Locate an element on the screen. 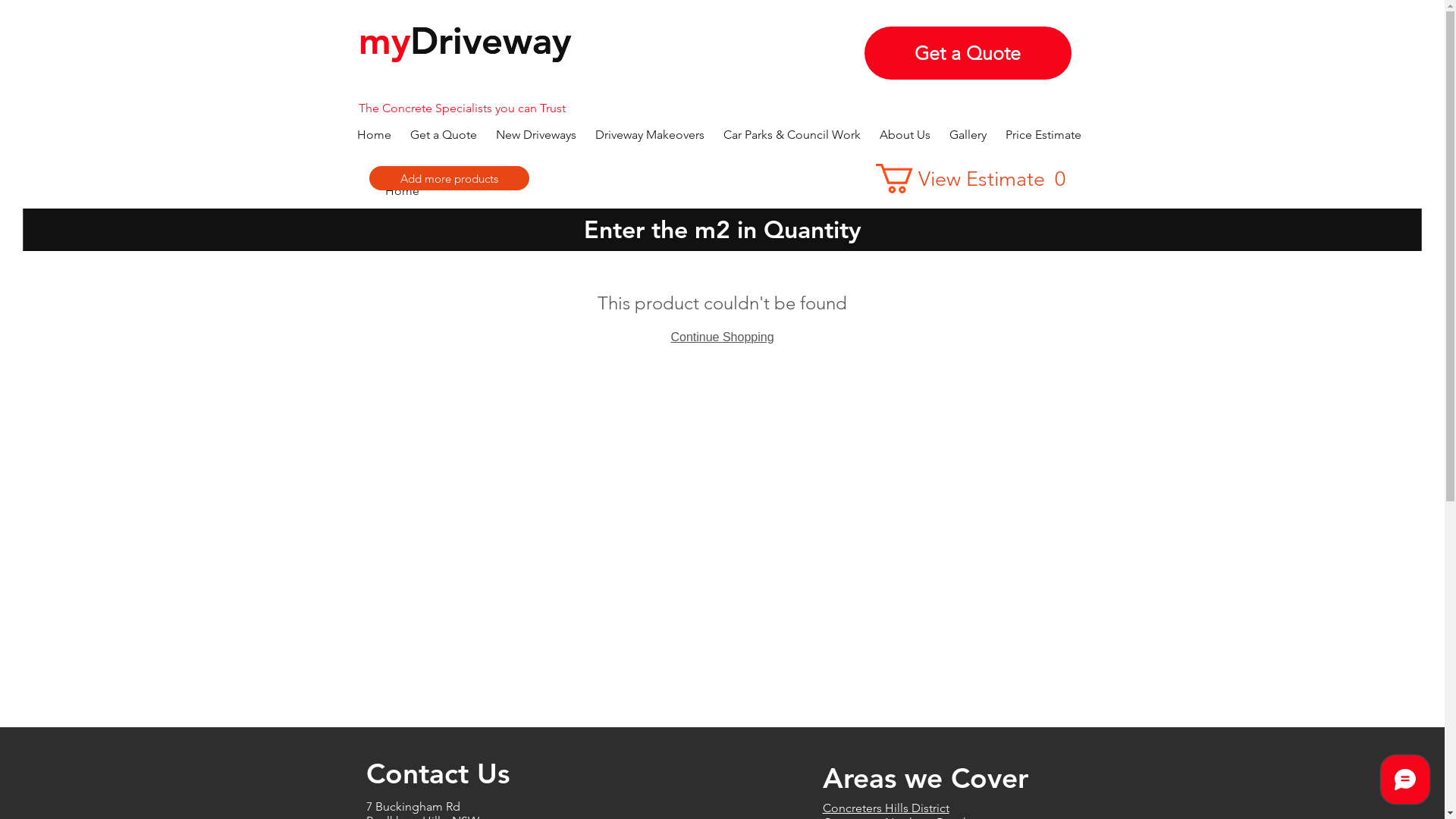  'Price Estimate' is located at coordinates (1044, 133).